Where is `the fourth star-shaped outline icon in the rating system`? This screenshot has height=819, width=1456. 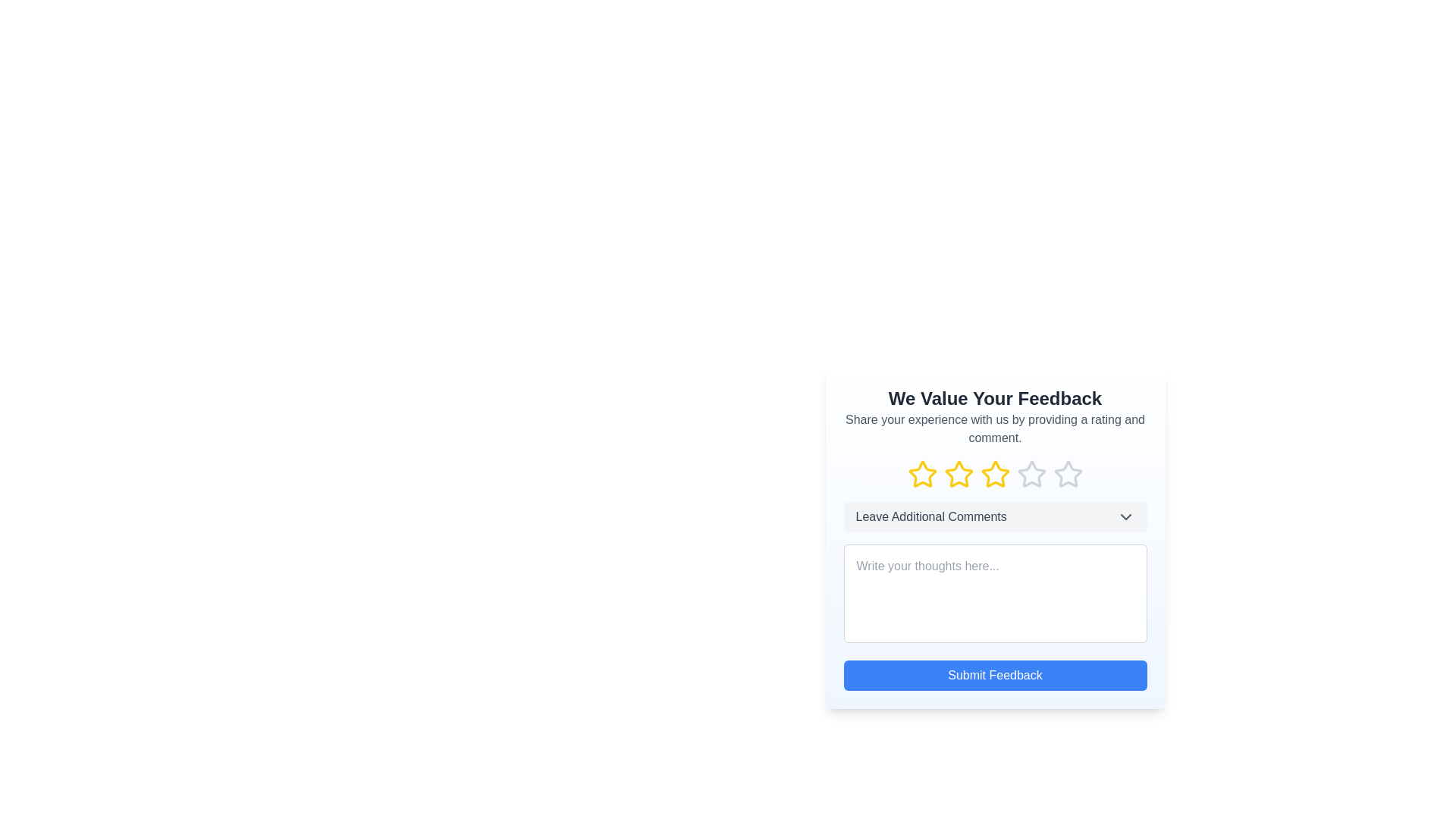 the fourth star-shaped outline icon in the rating system is located at coordinates (1031, 473).